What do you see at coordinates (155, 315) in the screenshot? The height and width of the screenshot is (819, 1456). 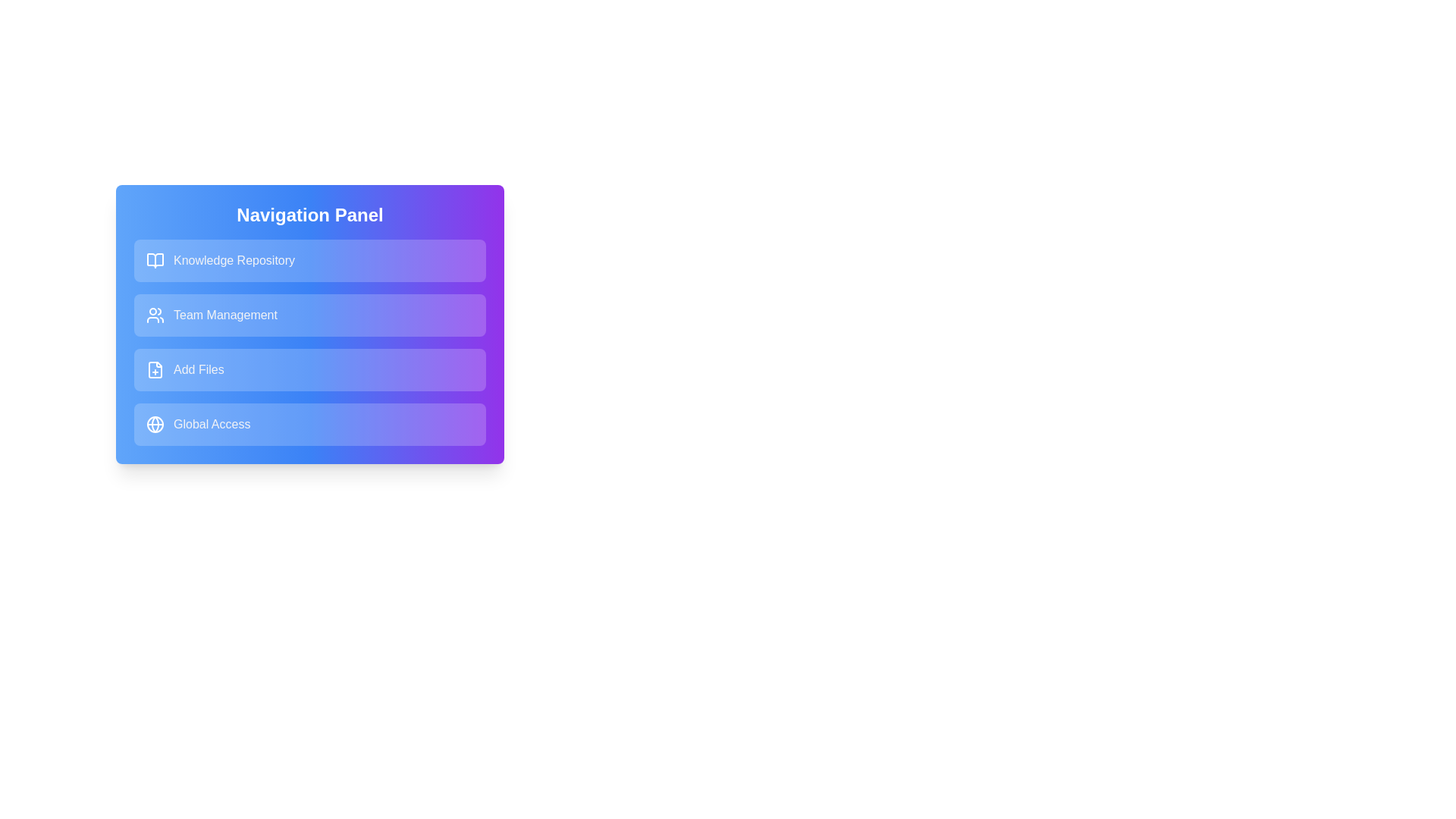 I see `the icon associated with the navigation item labeled Team Management` at bounding box center [155, 315].